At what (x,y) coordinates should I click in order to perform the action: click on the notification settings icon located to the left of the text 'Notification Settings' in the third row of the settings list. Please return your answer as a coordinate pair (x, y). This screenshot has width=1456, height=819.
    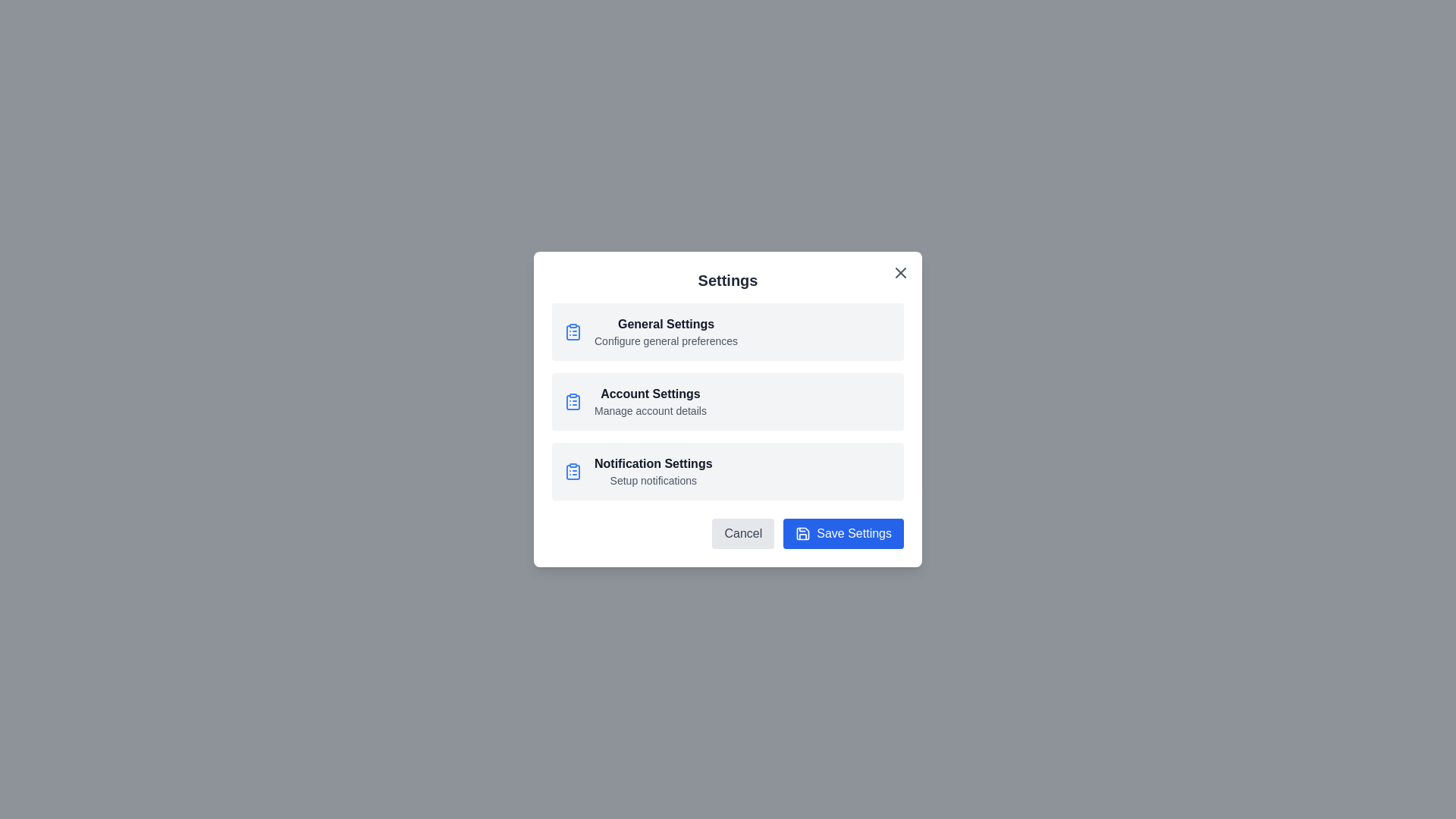
    Looking at the image, I should click on (572, 470).